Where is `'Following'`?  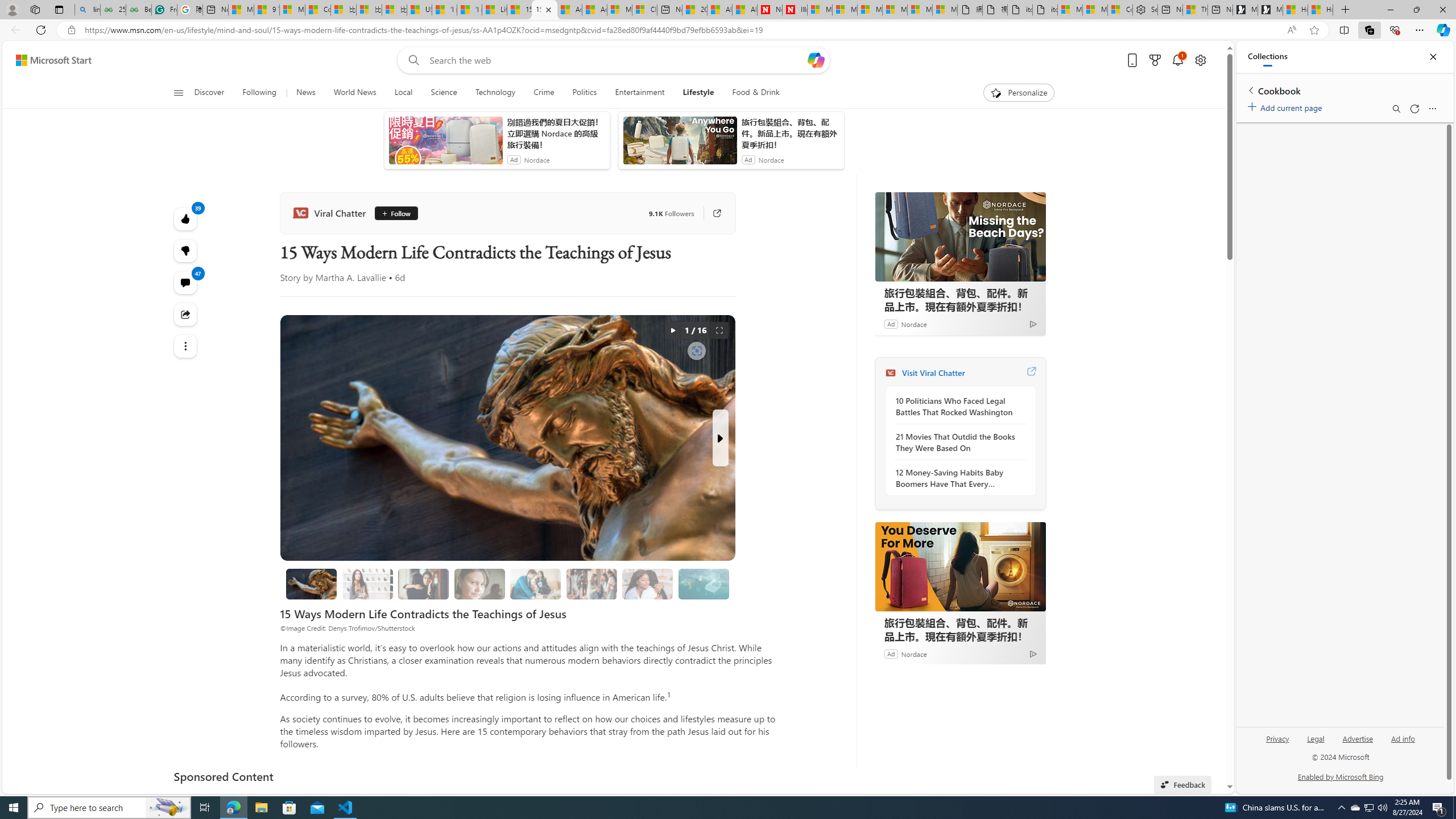 'Following' is located at coordinates (259, 92).